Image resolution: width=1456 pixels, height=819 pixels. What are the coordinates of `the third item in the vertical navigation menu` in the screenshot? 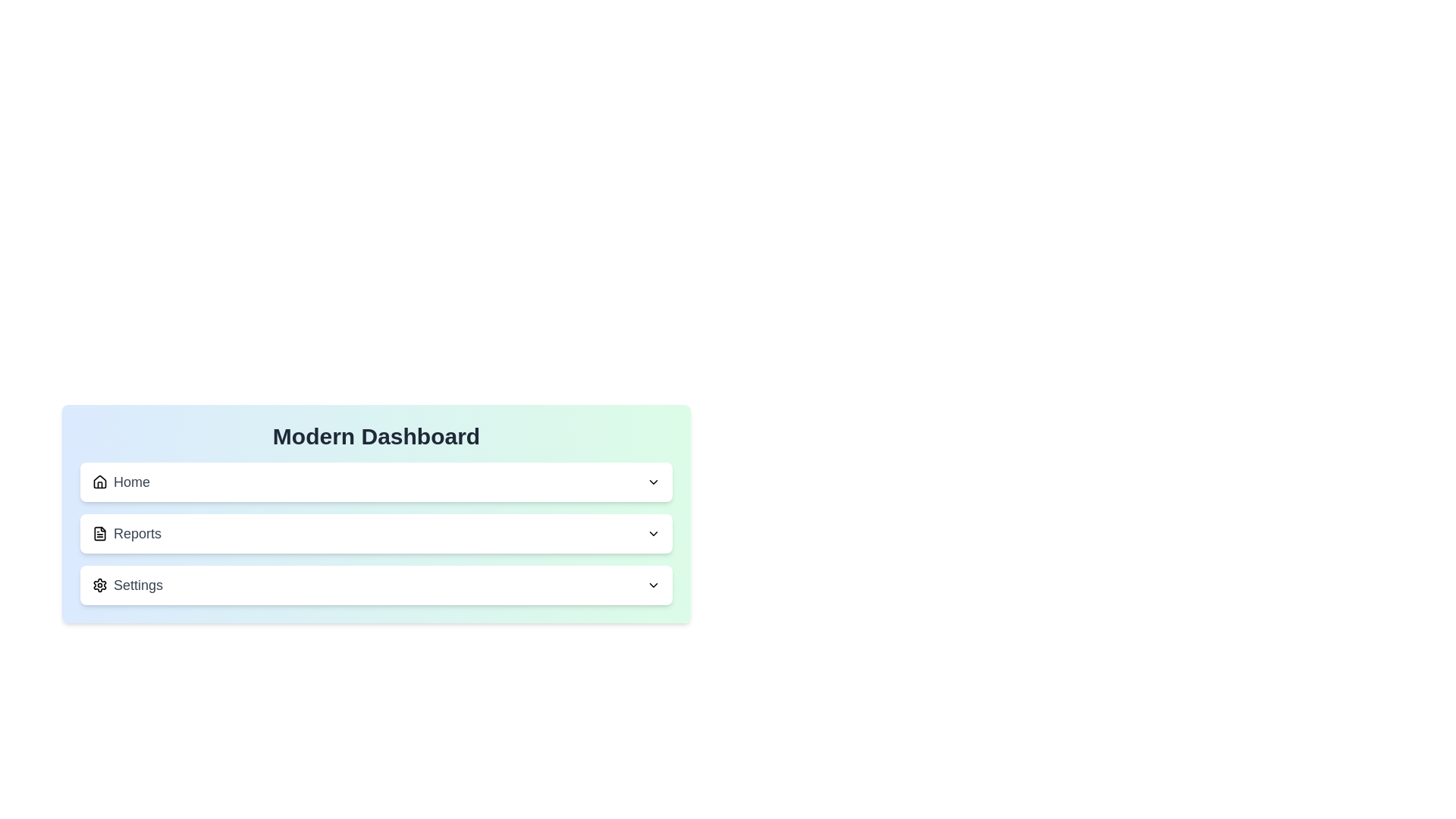 It's located at (127, 584).